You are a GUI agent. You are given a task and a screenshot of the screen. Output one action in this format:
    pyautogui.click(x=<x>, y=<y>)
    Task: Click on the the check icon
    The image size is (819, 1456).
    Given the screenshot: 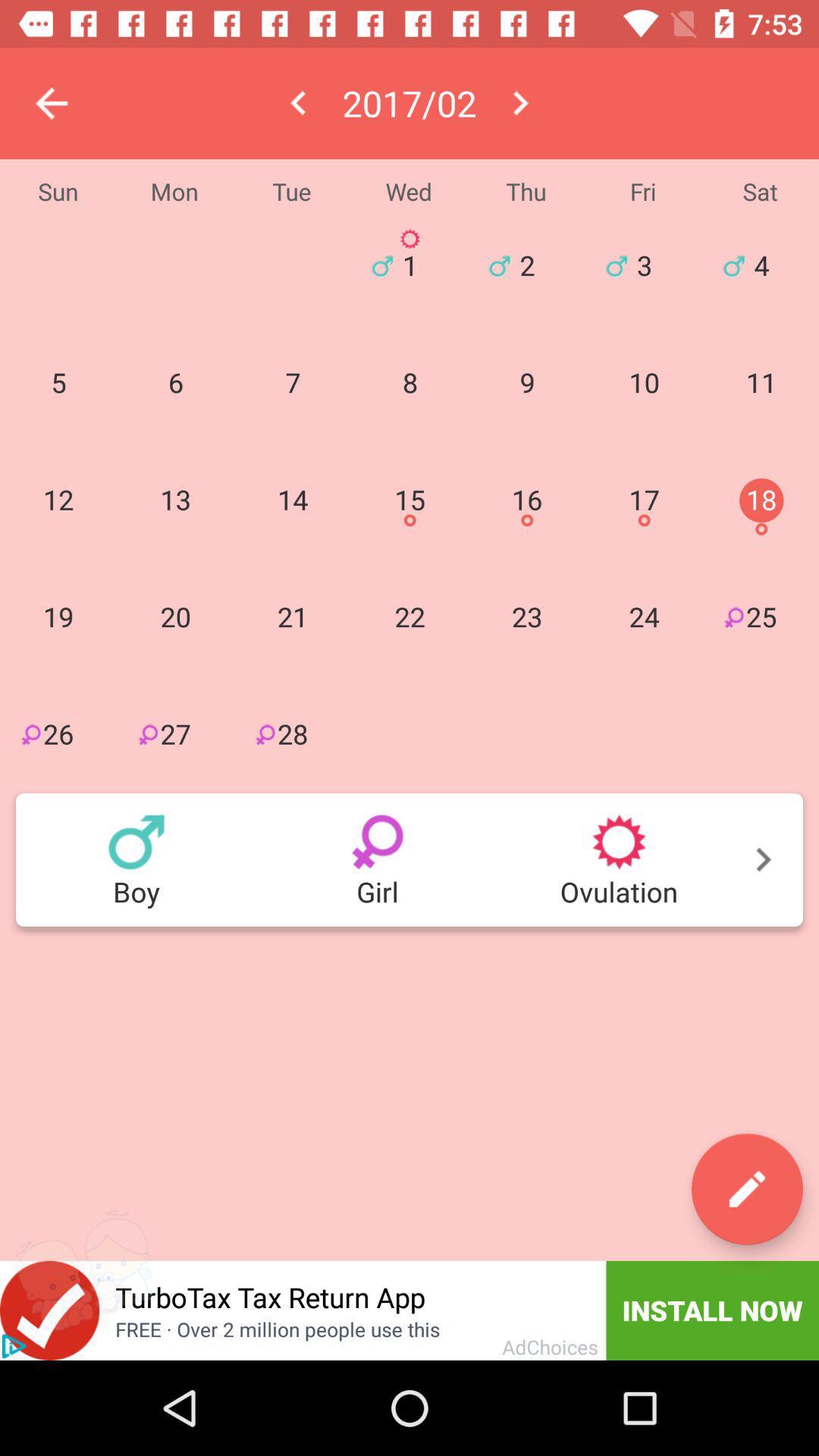 What is the action you would take?
    pyautogui.click(x=49, y=1310)
    